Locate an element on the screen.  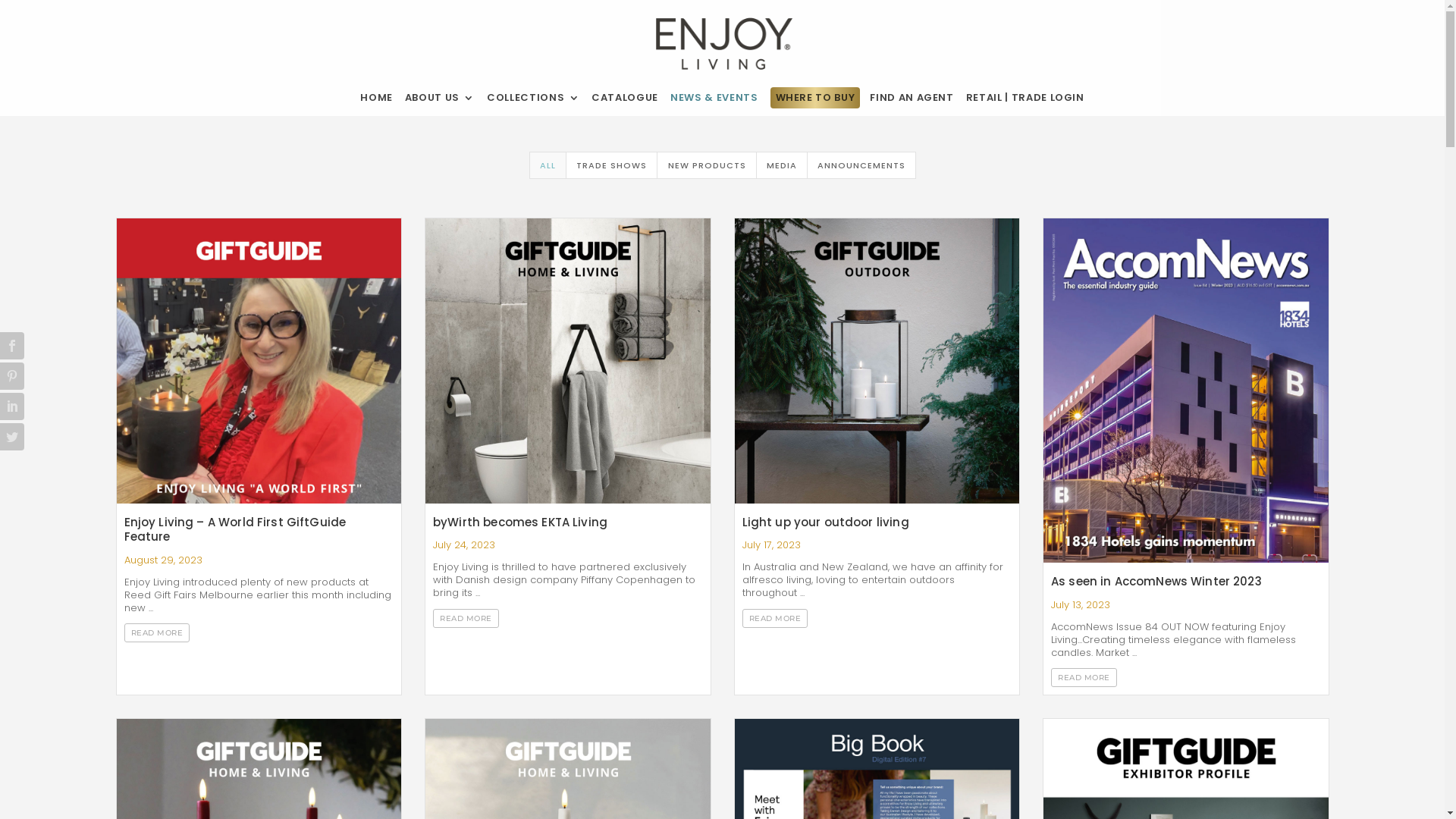
'READ MORE' is located at coordinates (742, 618).